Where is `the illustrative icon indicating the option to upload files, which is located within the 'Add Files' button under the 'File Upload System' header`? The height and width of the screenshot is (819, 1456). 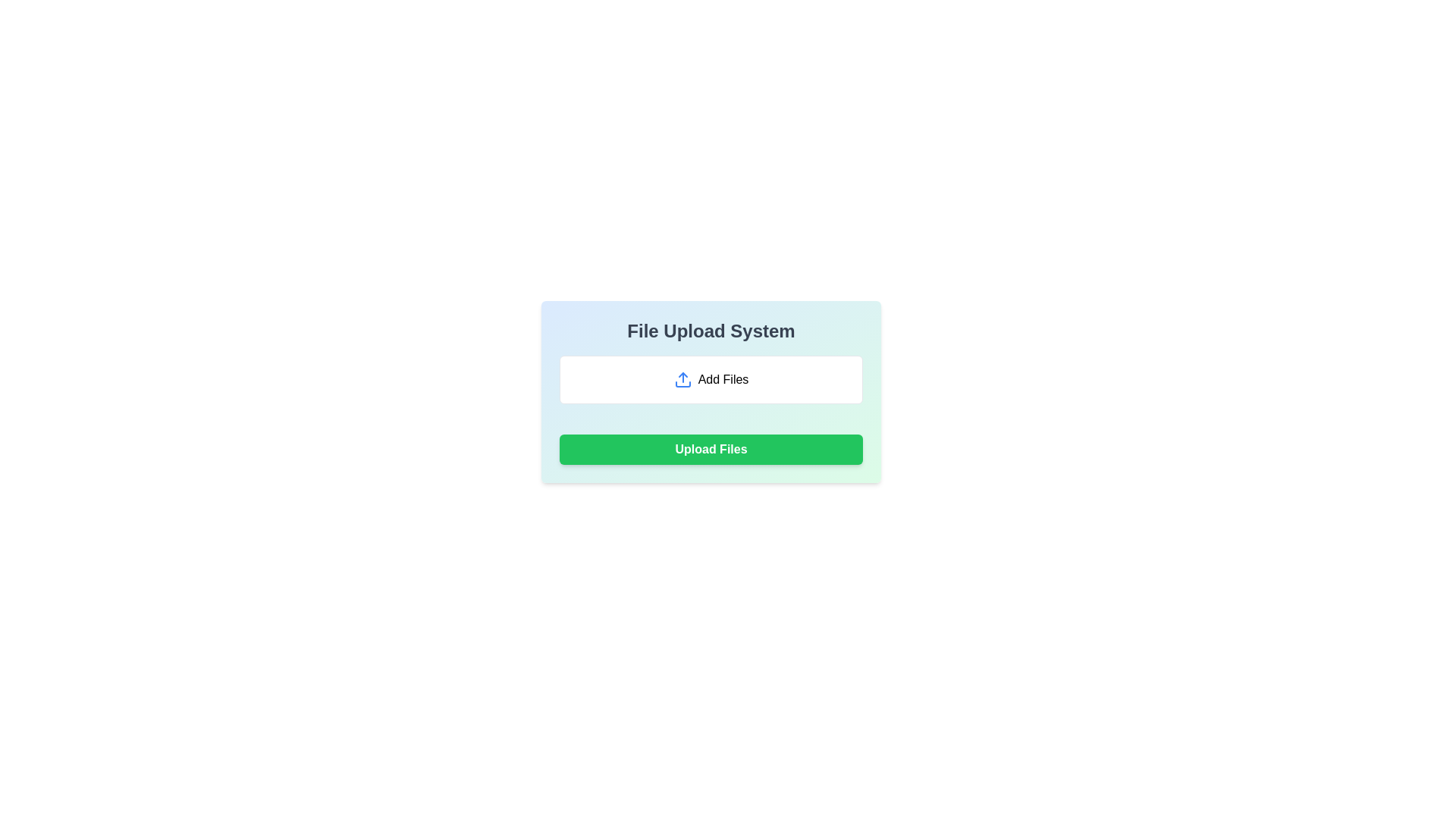 the illustrative icon indicating the option to upload files, which is located within the 'Add Files' button under the 'File Upload System' header is located at coordinates (682, 379).